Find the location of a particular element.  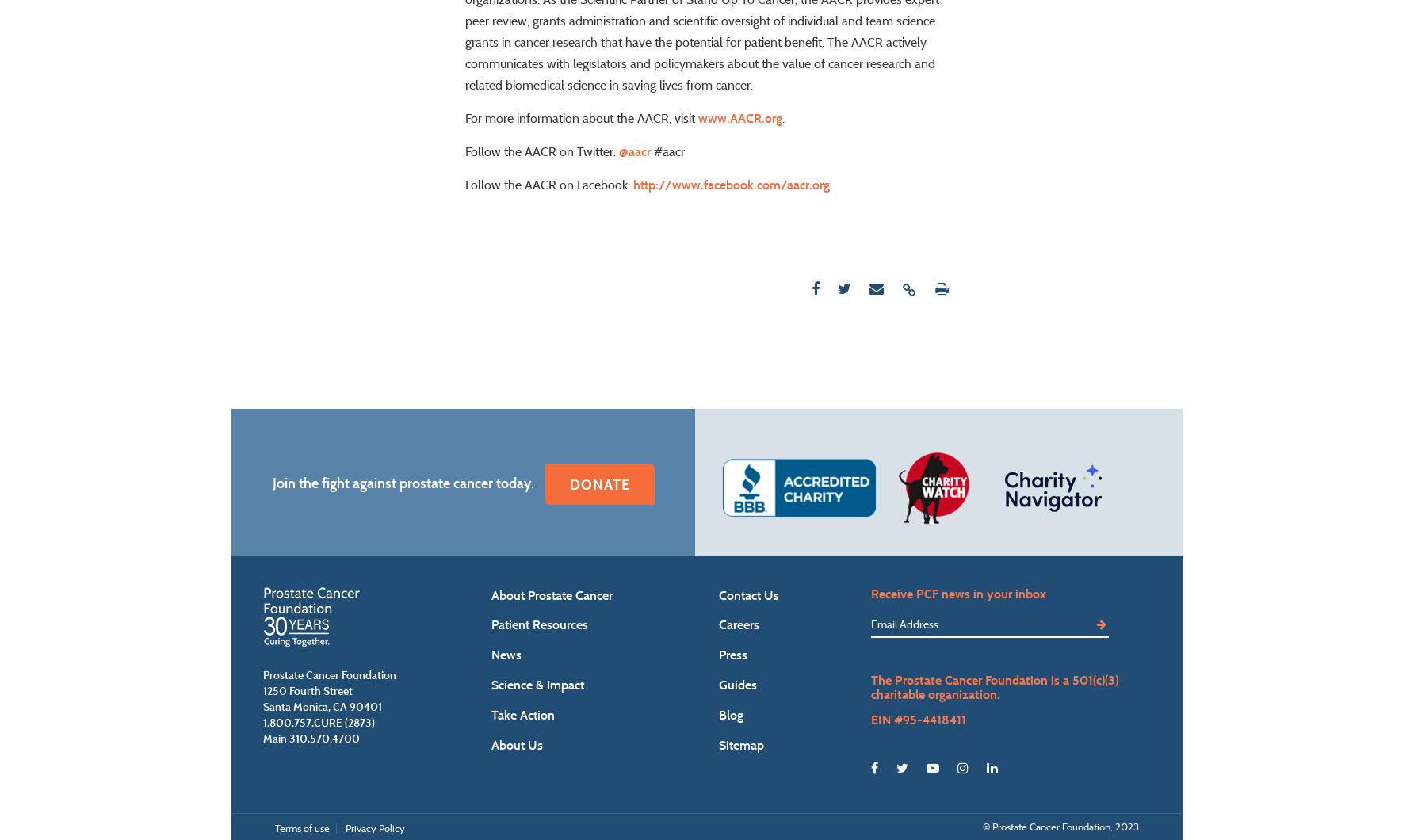

'Santa Monica, CA 90401' is located at coordinates (321, 750).